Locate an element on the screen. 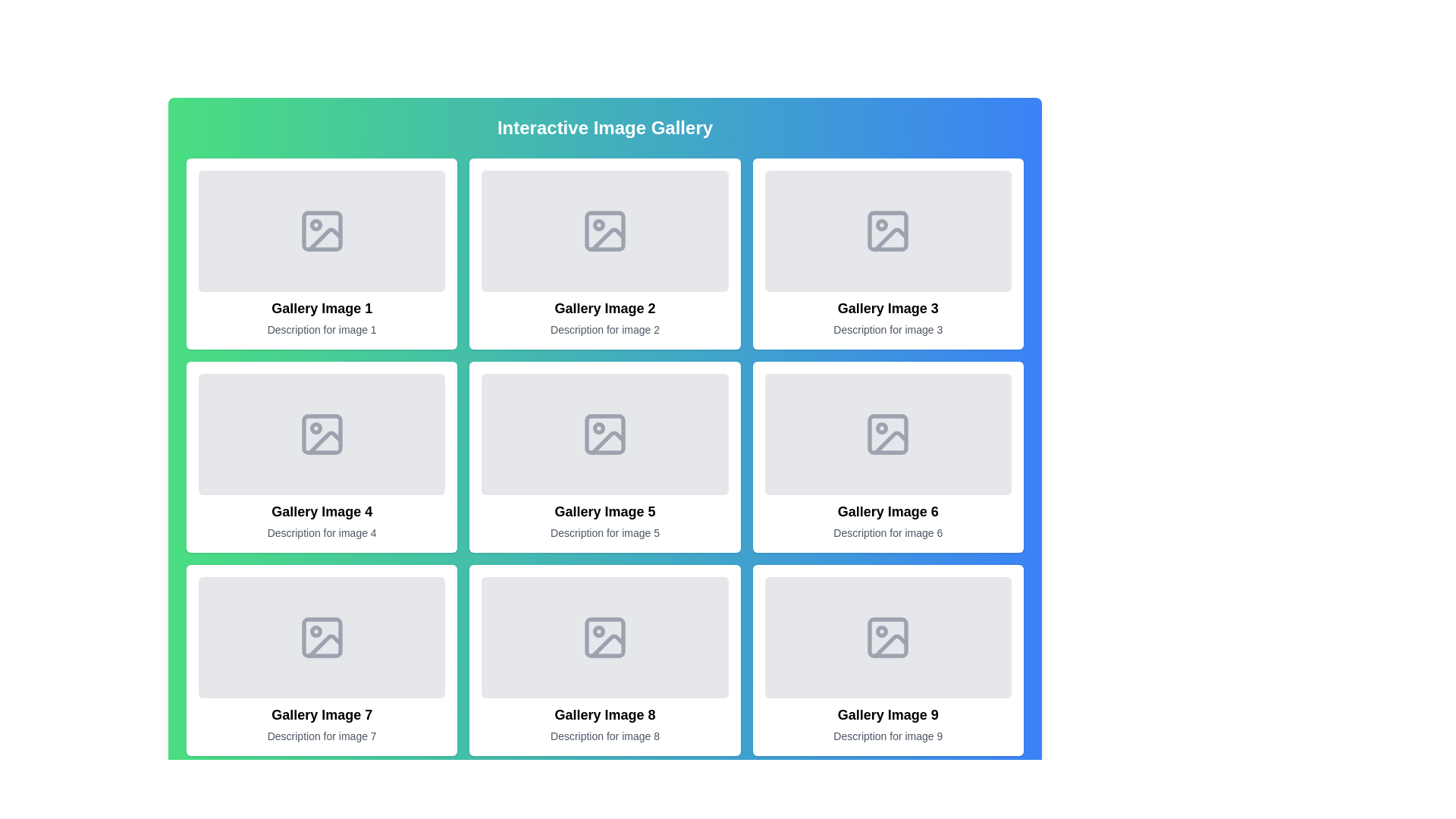  the descriptive text label located in the first column of the second row within the grid layout beneath 'Gallery Image 2' is located at coordinates (604, 329).